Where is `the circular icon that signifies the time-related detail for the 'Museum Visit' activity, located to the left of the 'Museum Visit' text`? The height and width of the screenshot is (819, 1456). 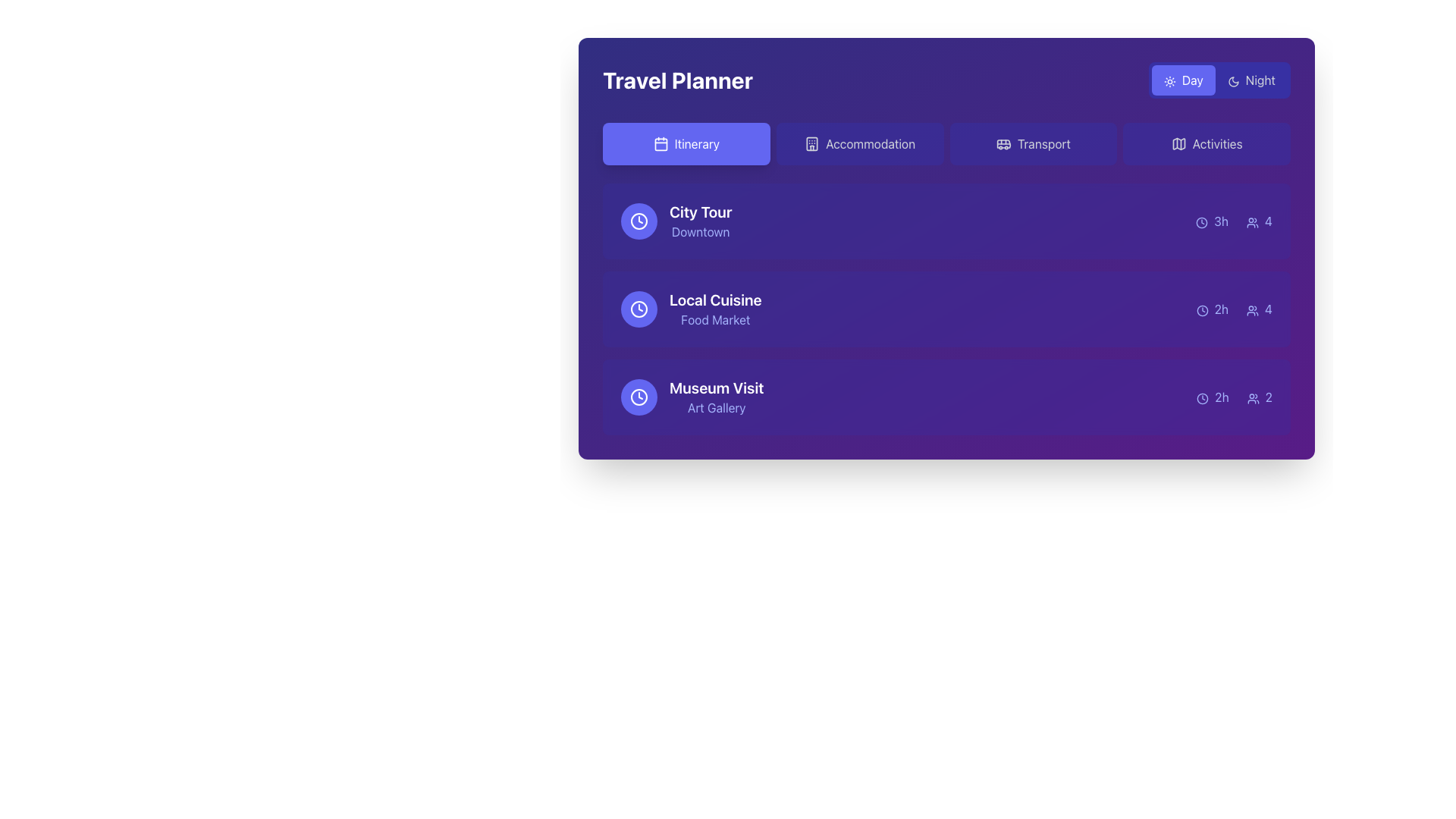 the circular icon that signifies the time-related detail for the 'Museum Visit' activity, located to the left of the 'Museum Visit' text is located at coordinates (639, 397).